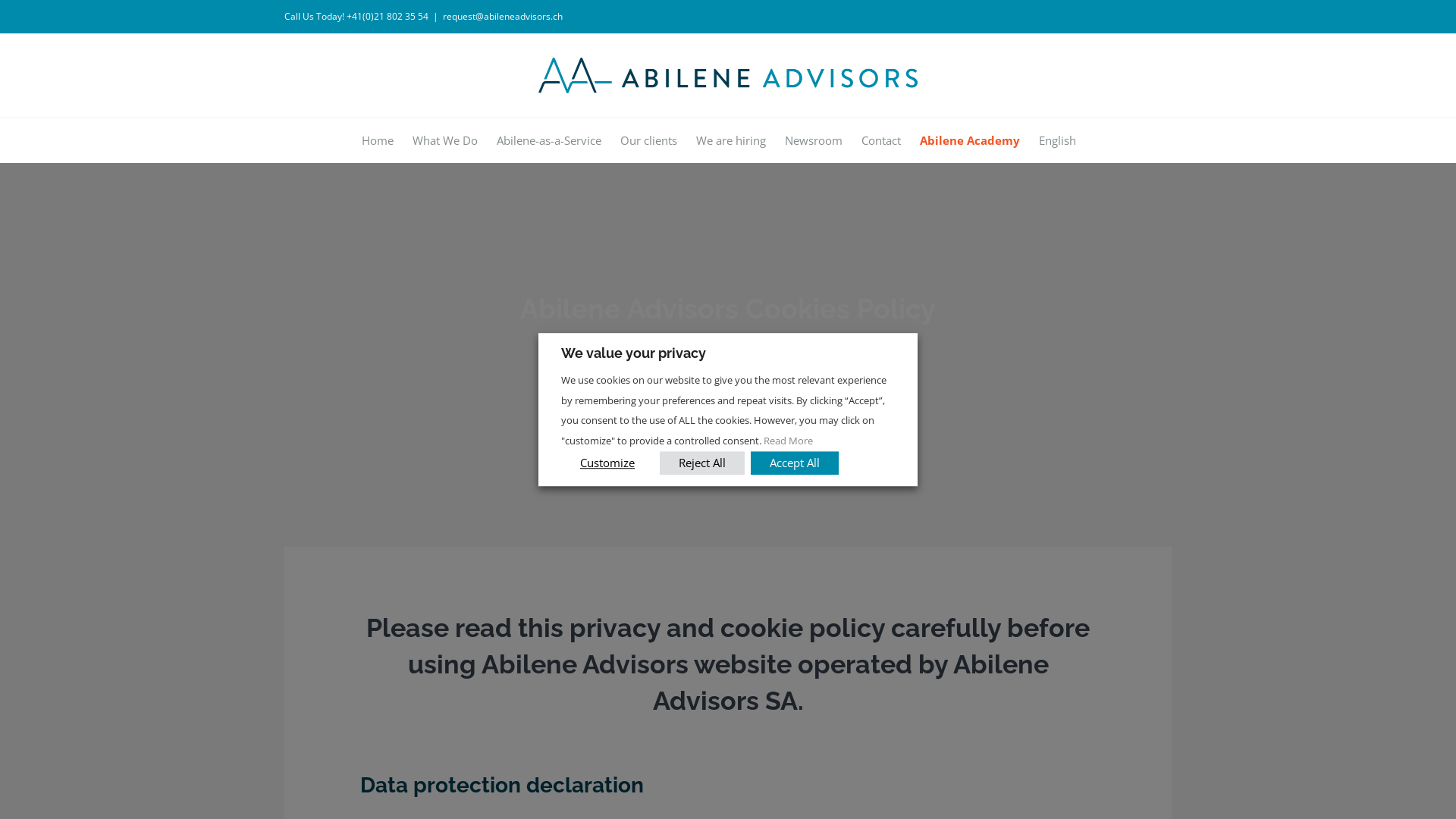  What do you see at coordinates (968, 139) in the screenshot?
I see `'Abilene Academy'` at bounding box center [968, 139].